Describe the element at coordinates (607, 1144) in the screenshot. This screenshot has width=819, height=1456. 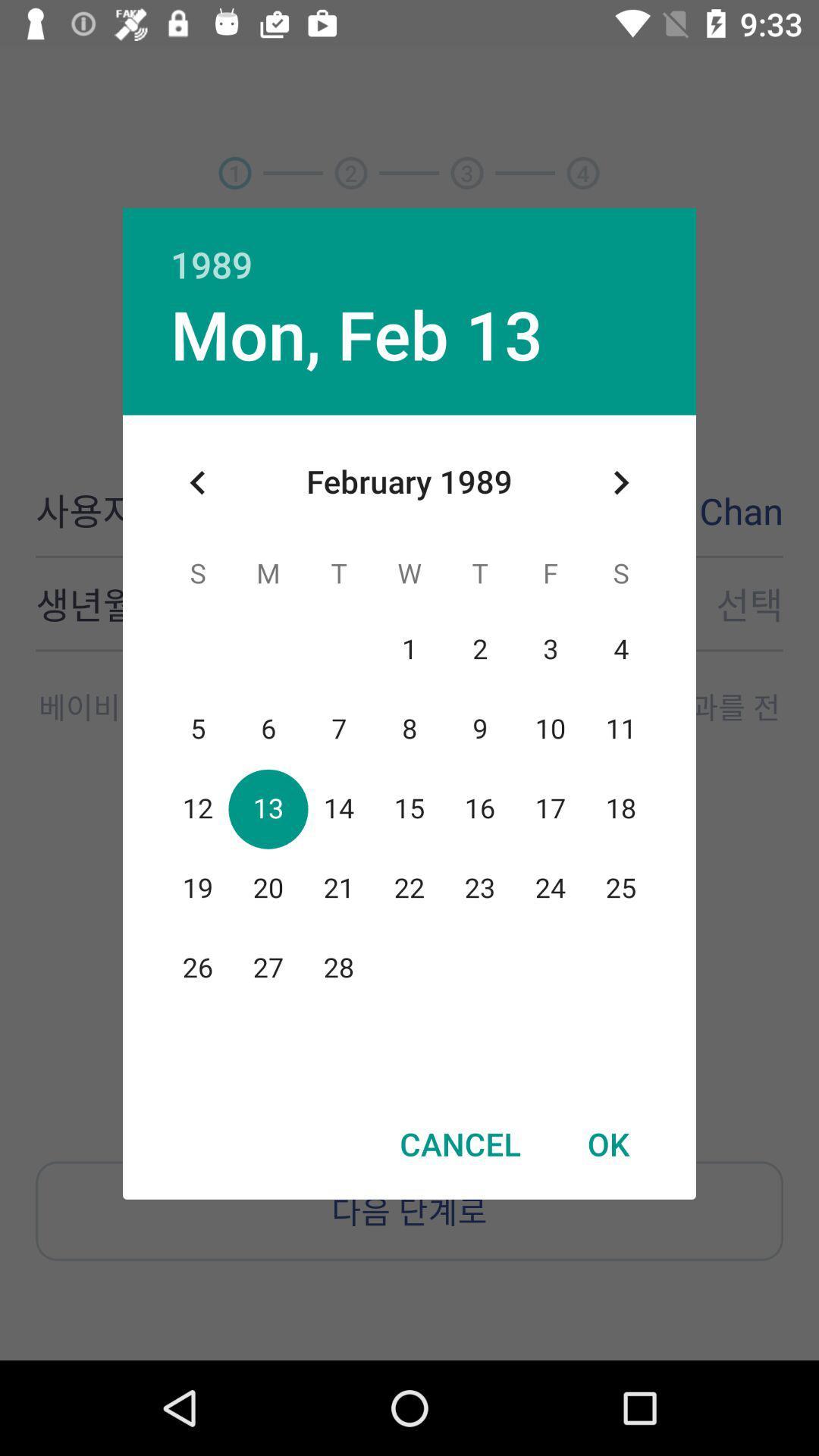
I see `the item at the bottom right corner` at that location.